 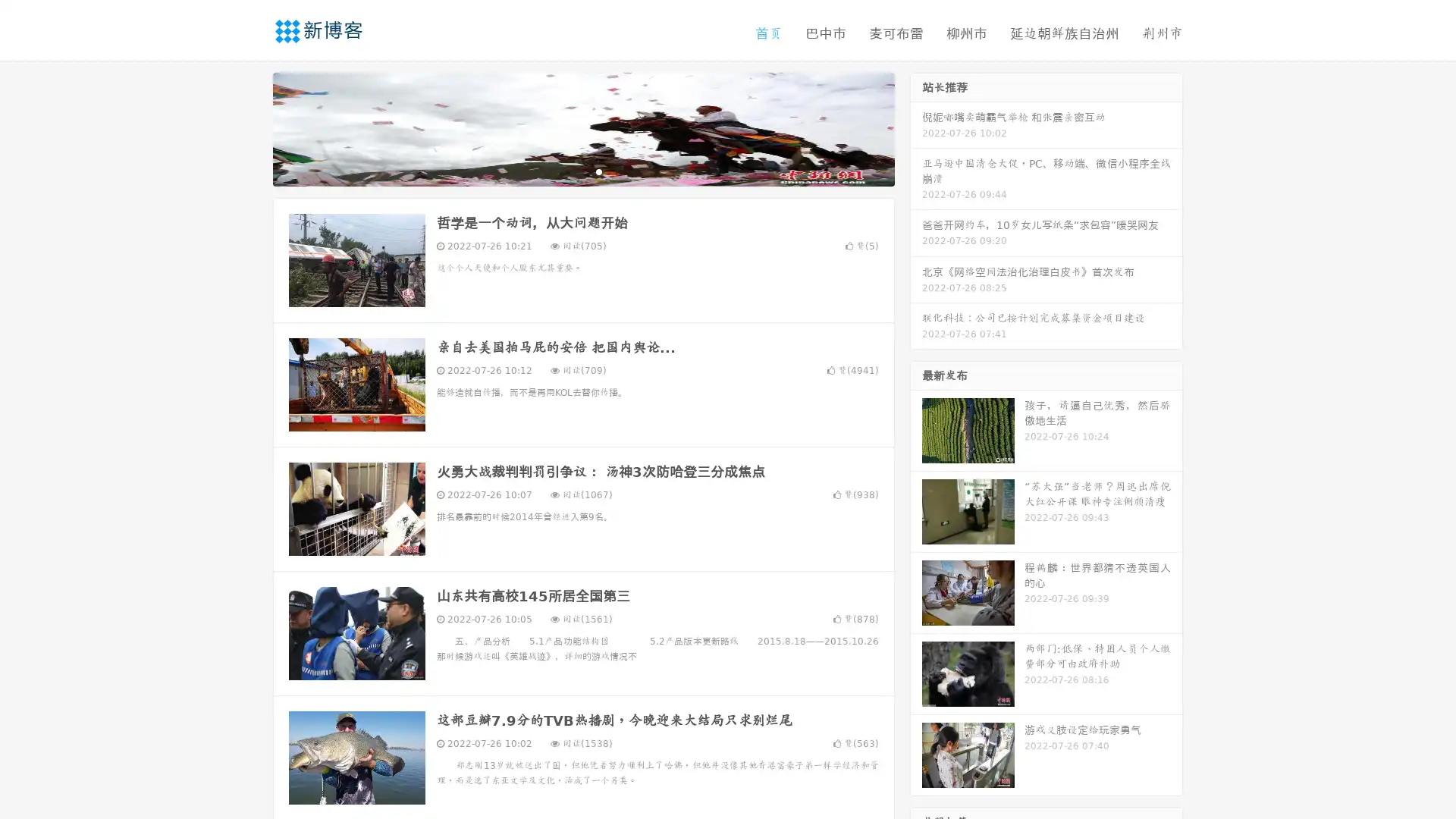 What do you see at coordinates (250, 127) in the screenshot?
I see `Previous slide` at bounding box center [250, 127].